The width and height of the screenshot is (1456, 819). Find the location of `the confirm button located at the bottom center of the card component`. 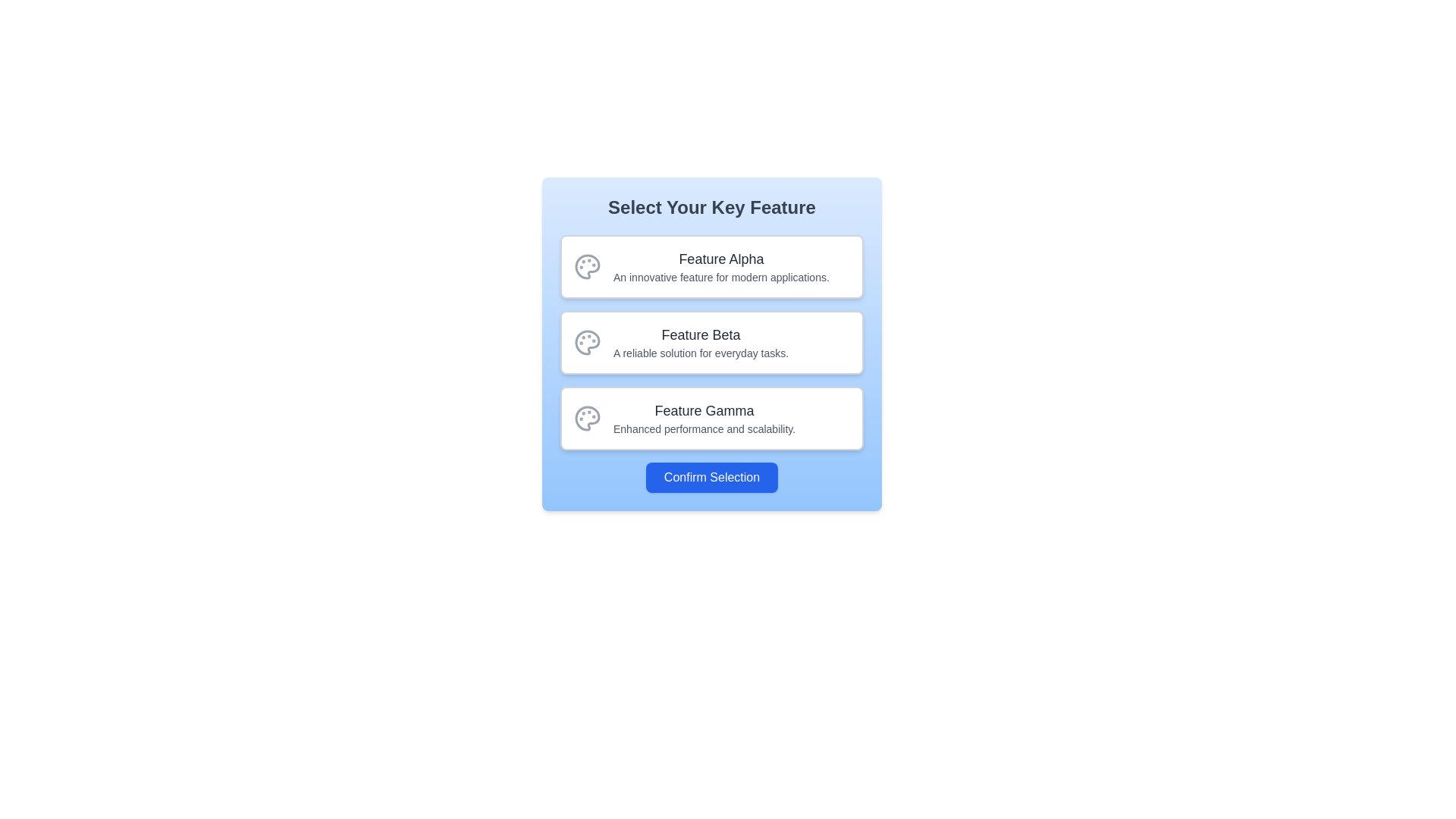

the confirm button located at the bottom center of the card component is located at coordinates (711, 476).